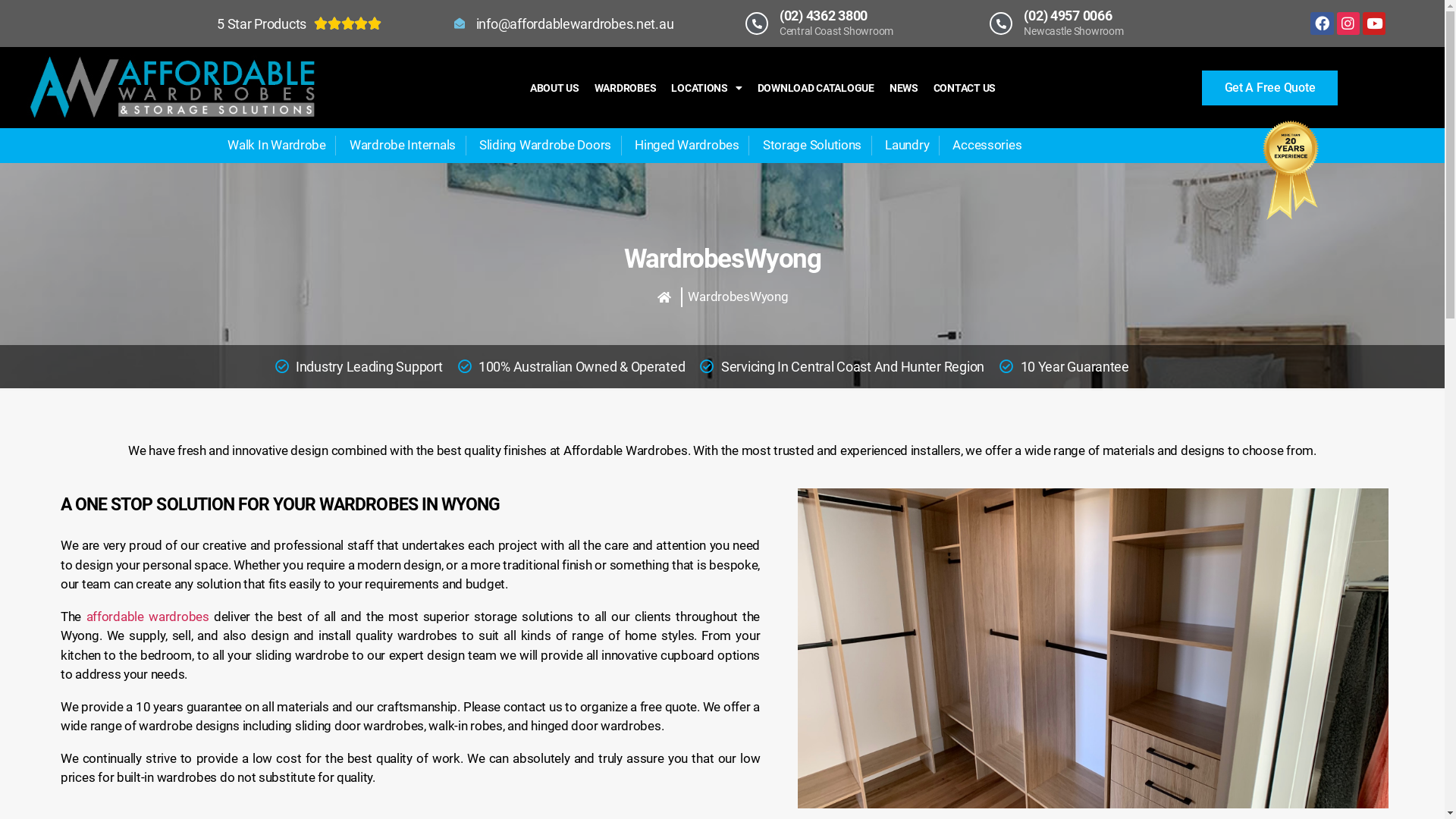 This screenshot has height=819, width=1456. I want to click on 'LOCATIONS', so click(705, 87).